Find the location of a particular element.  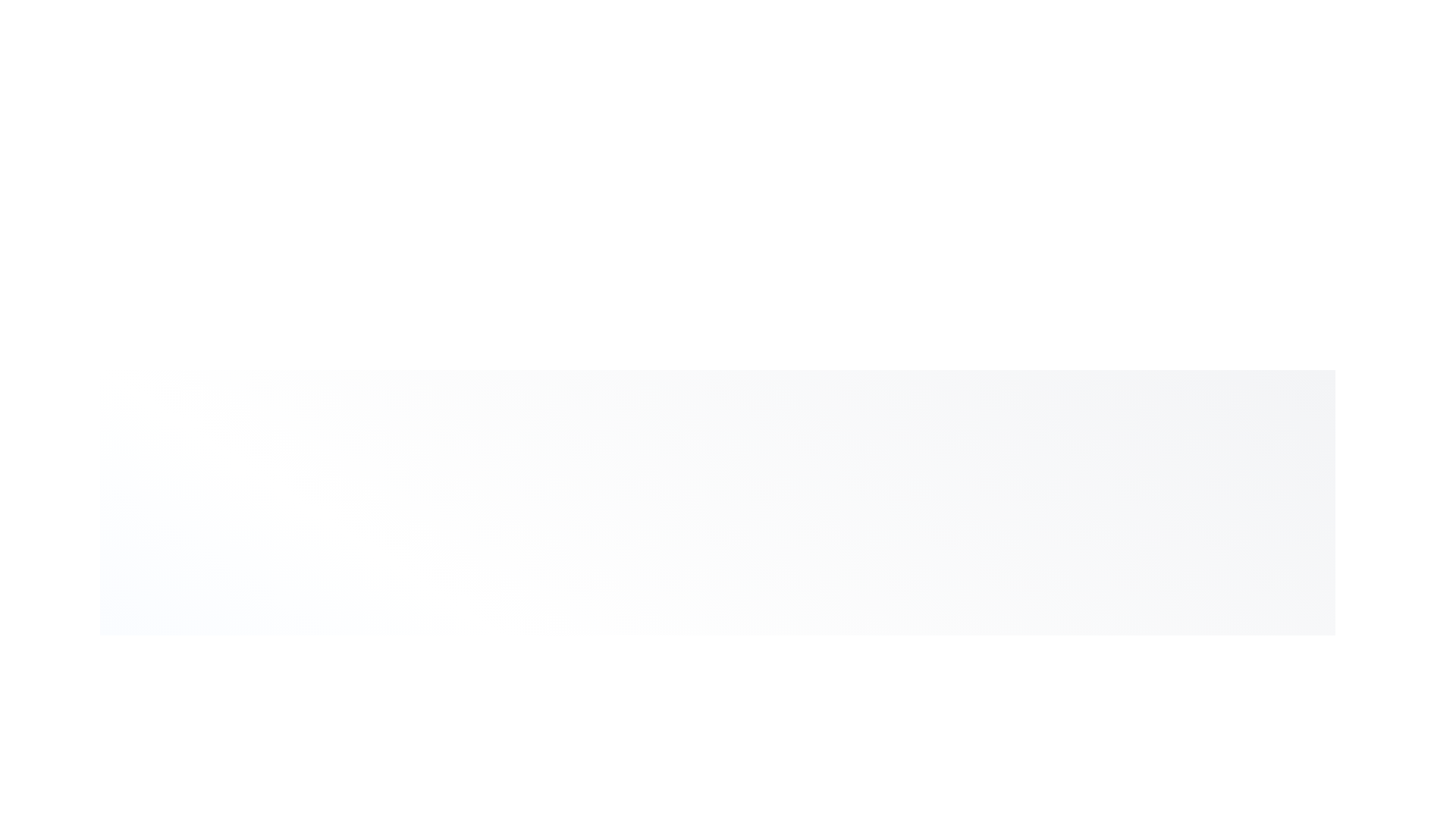

the Code tab to switch the content is located at coordinates (768, 743).